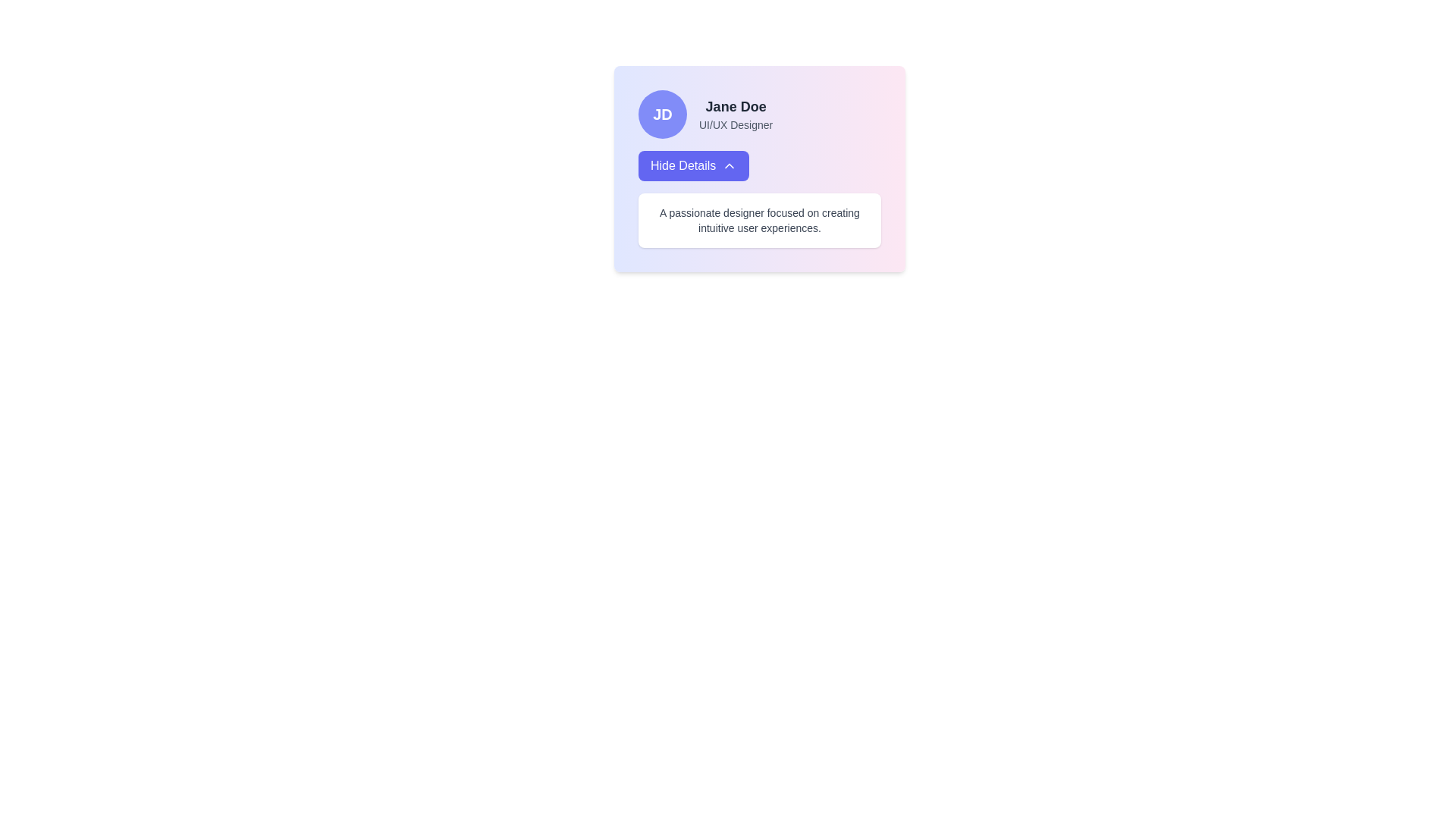 The image size is (1456, 819). Describe the element at coordinates (736, 106) in the screenshot. I see `the text label displaying 'Jane Doe'` at that location.